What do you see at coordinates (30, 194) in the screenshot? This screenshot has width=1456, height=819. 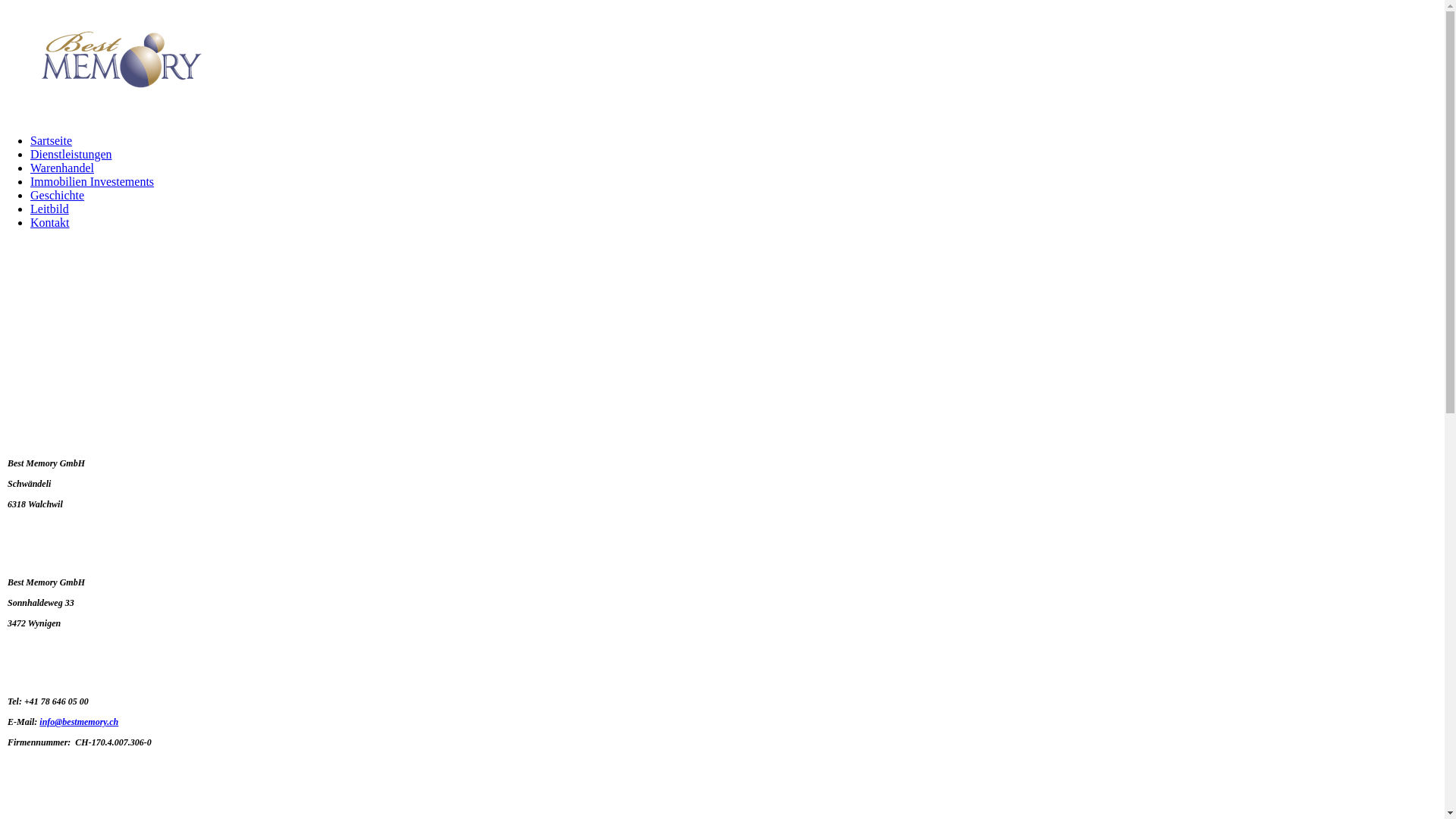 I see `'Geschichte'` at bounding box center [30, 194].